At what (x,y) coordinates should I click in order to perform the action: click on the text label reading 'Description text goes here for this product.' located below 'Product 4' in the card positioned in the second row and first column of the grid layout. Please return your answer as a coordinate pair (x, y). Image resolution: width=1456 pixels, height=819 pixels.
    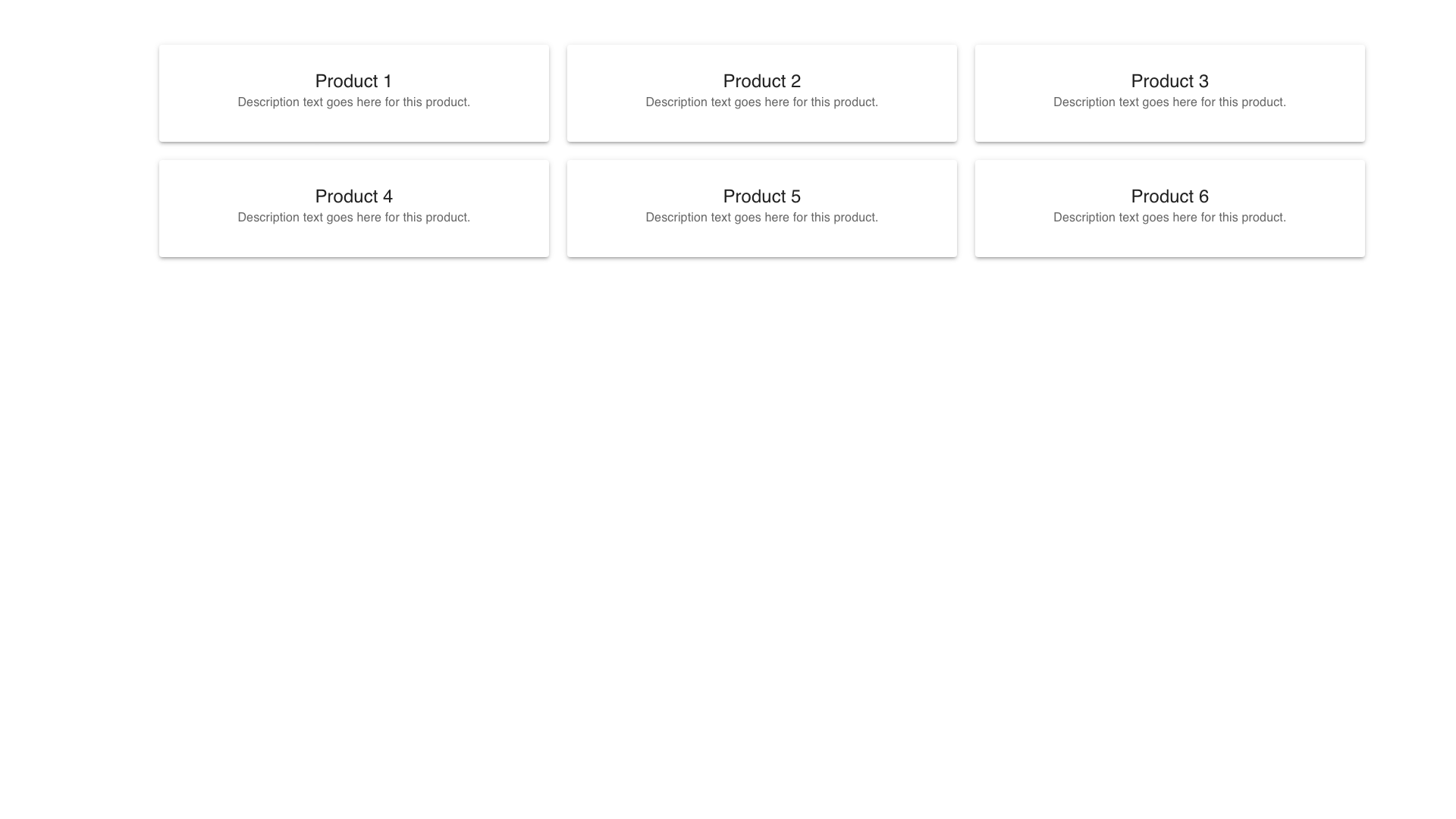
    Looking at the image, I should click on (353, 218).